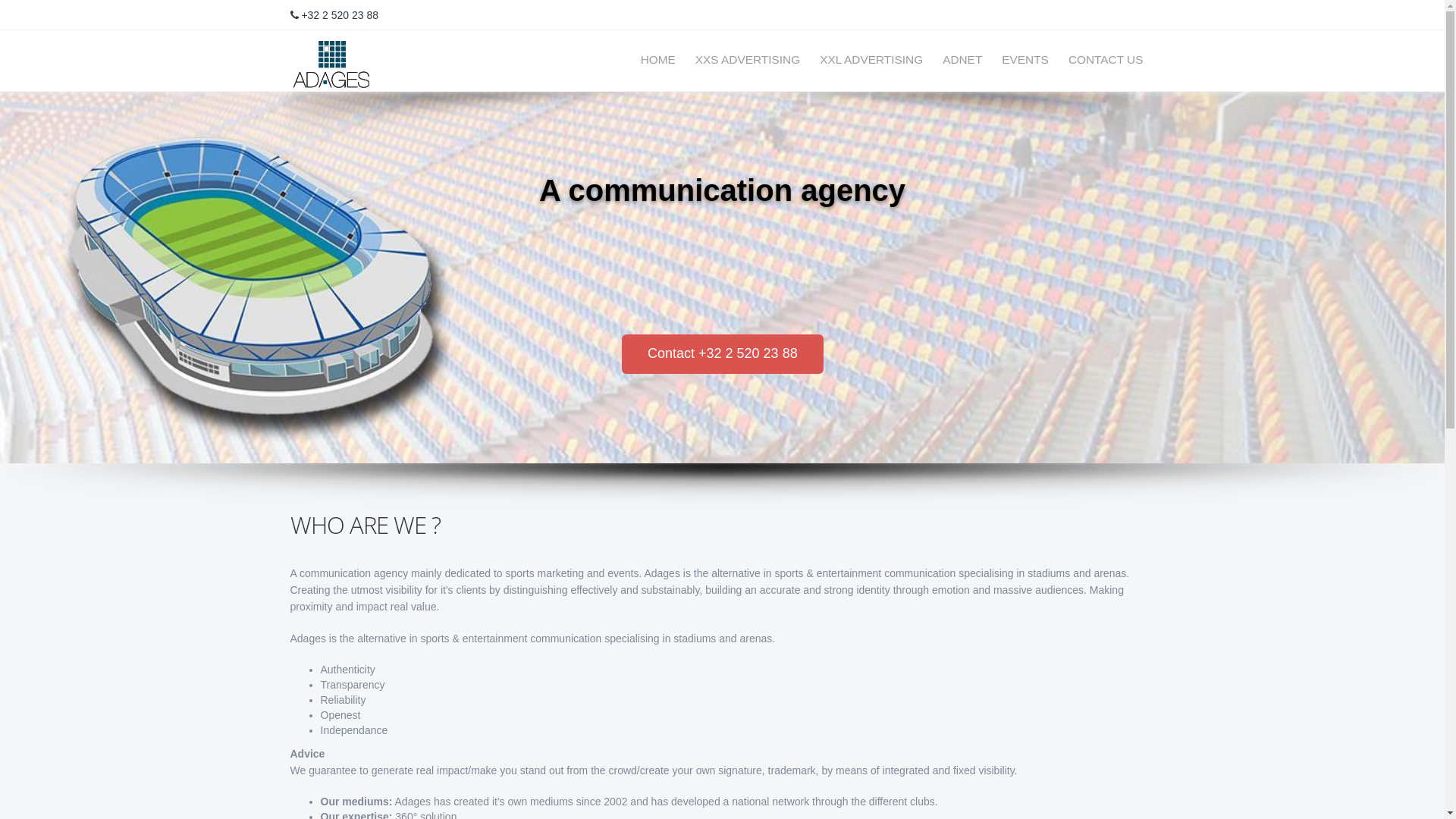 This screenshot has height=819, width=1456. I want to click on 'EVENTS', so click(990, 58).